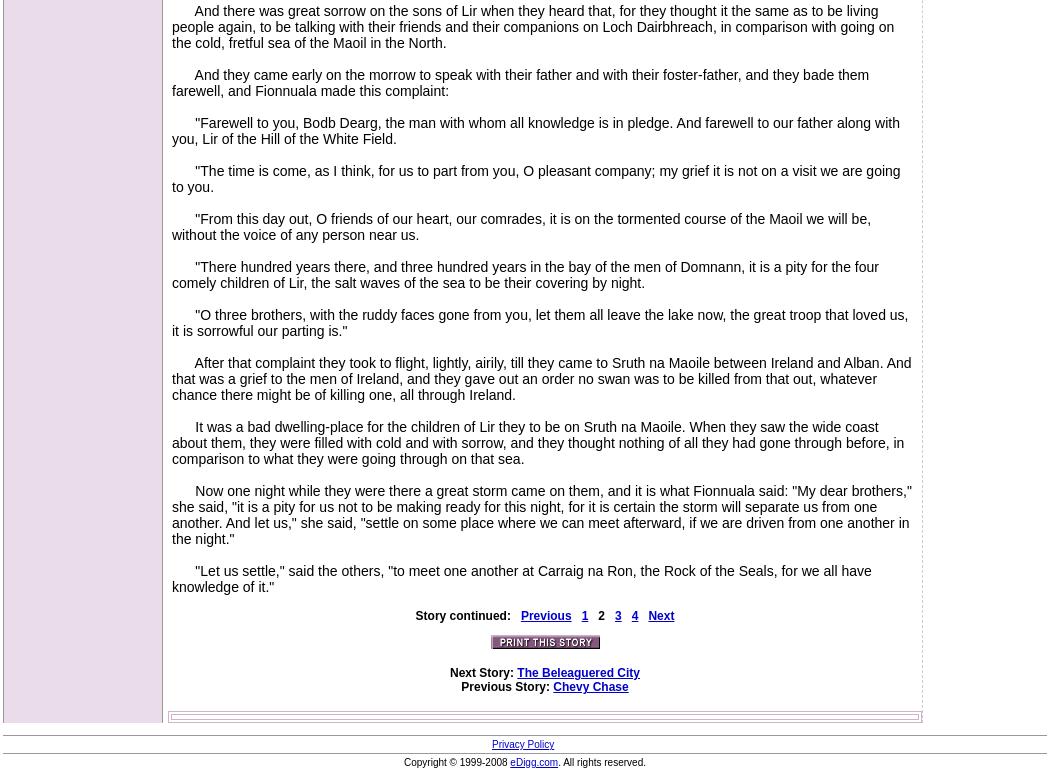 The width and height of the screenshot is (1050, 778). I want to click on '2', so click(601, 615).